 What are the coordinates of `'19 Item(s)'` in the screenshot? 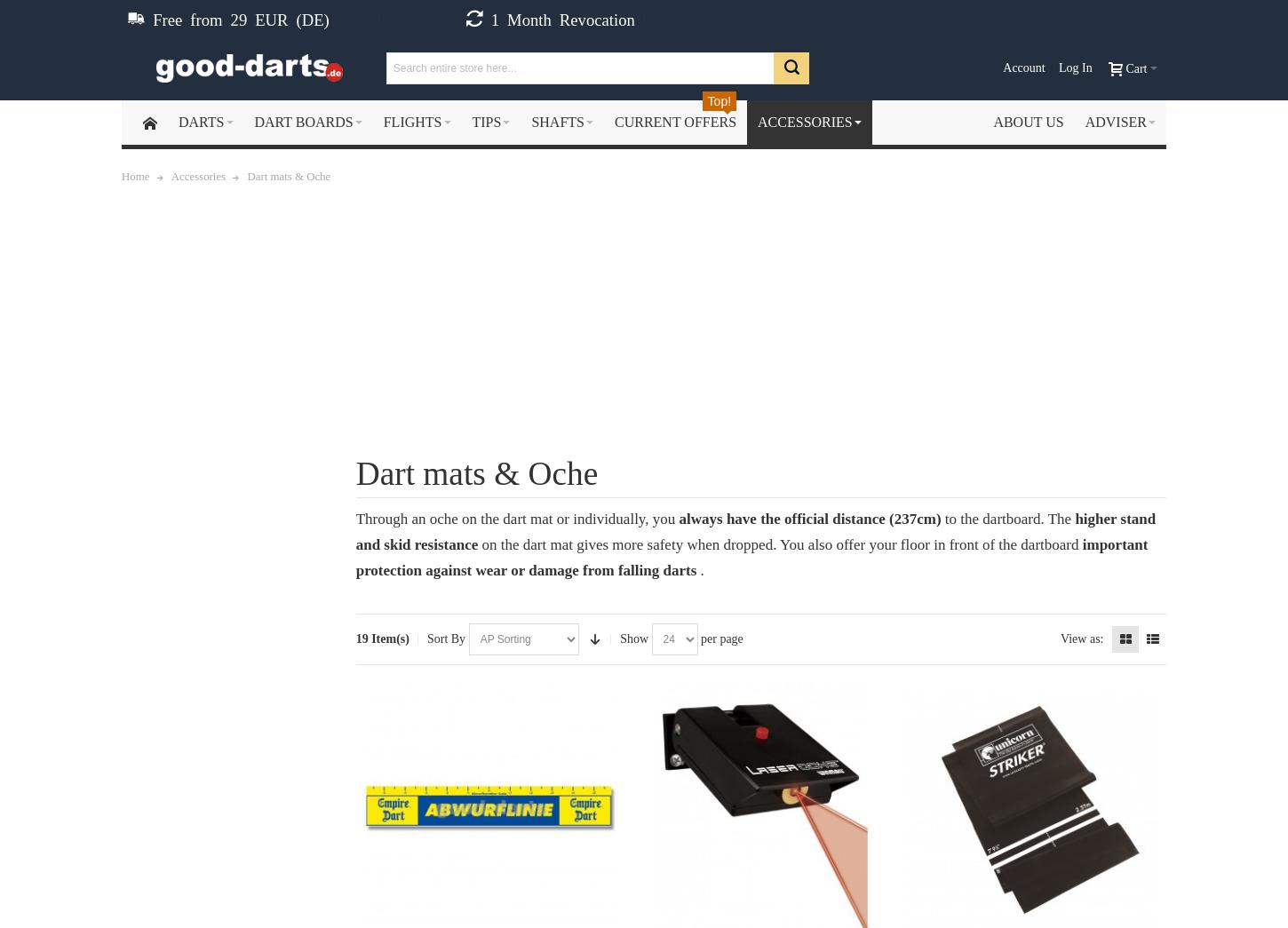 It's located at (381, 637).